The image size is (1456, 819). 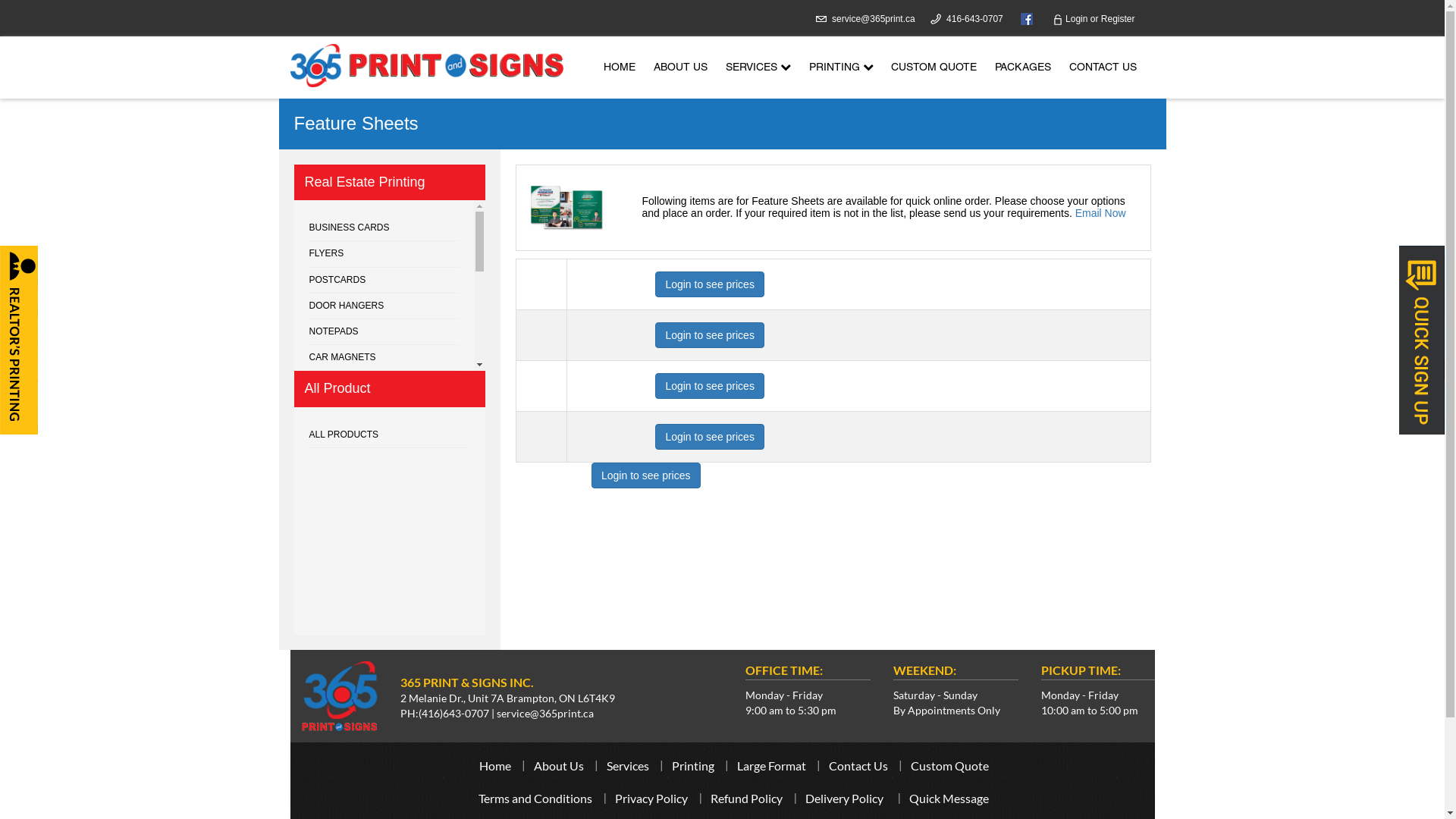 What do you see at coordinates (771, 765) in the screenshot?
I see `'Large Format'` at bounding box center [771, 765].